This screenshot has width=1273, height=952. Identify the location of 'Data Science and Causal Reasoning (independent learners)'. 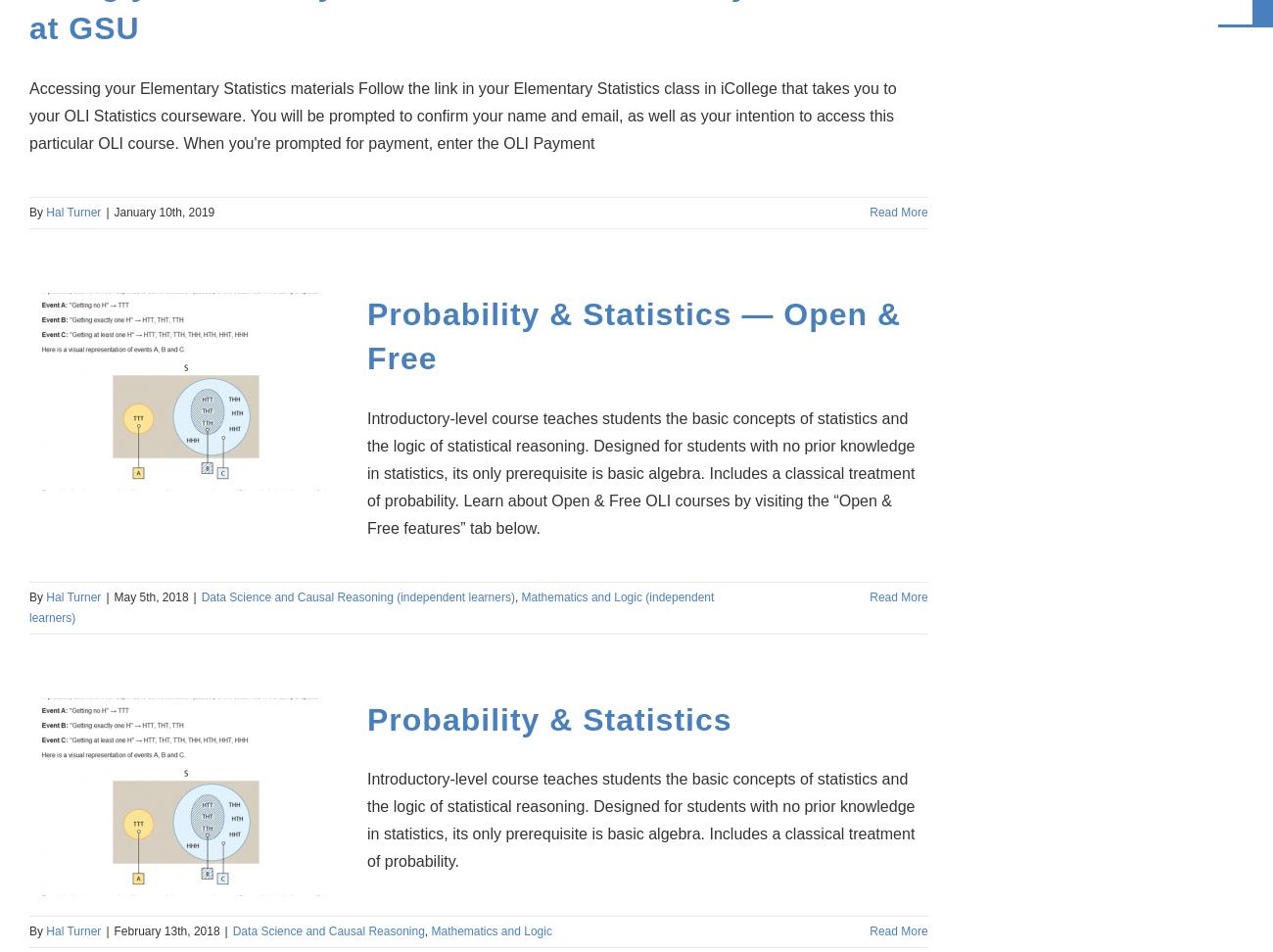
(201, 595).